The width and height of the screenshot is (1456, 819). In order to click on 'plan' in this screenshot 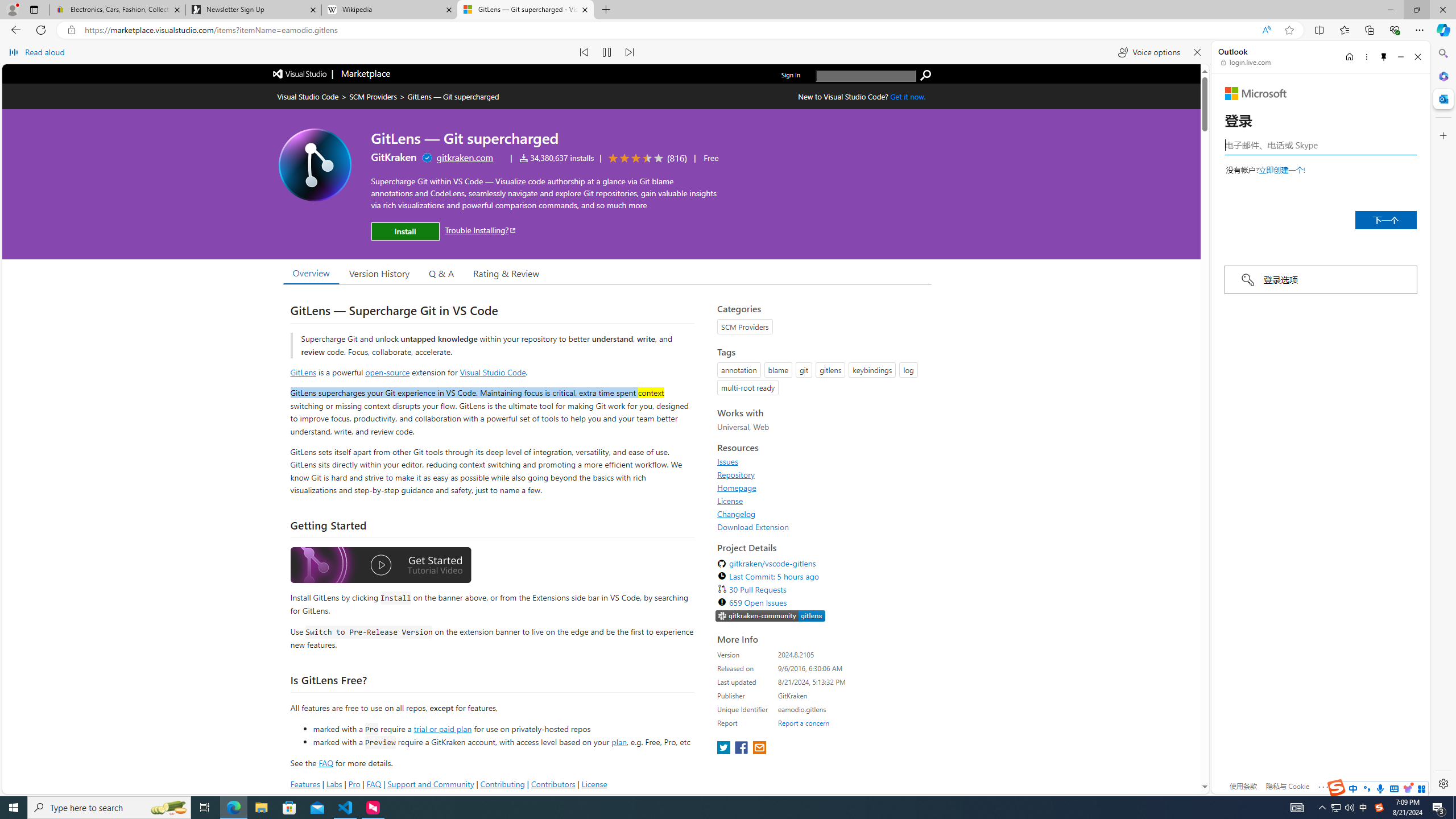, I will do `click(619, 741)`.